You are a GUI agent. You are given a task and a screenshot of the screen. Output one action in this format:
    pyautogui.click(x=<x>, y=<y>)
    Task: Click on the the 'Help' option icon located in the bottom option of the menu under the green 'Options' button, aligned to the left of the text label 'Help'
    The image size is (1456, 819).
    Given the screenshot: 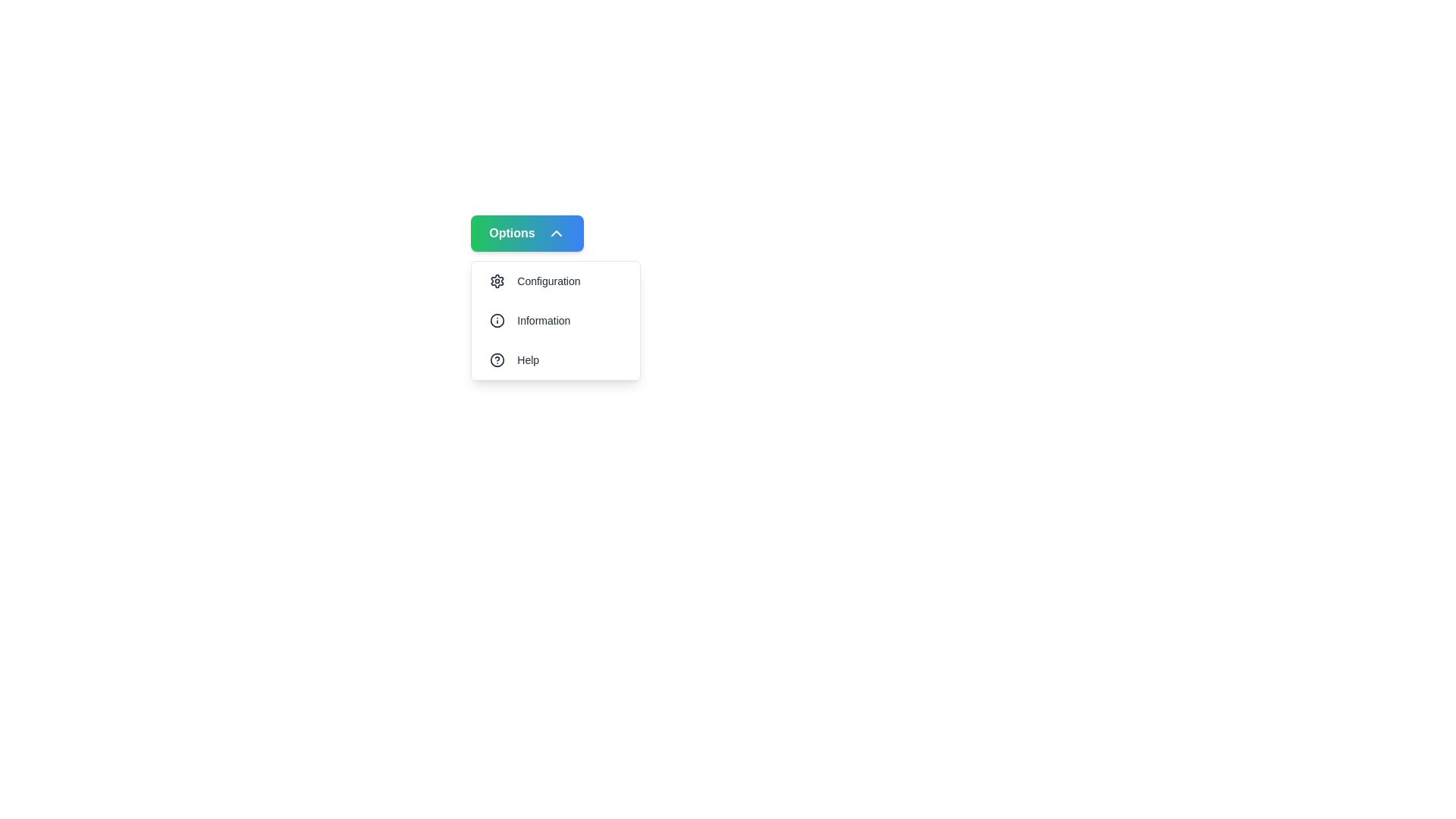 What is the action you would take?
    pyautogui.click(x=497, y=359)
    